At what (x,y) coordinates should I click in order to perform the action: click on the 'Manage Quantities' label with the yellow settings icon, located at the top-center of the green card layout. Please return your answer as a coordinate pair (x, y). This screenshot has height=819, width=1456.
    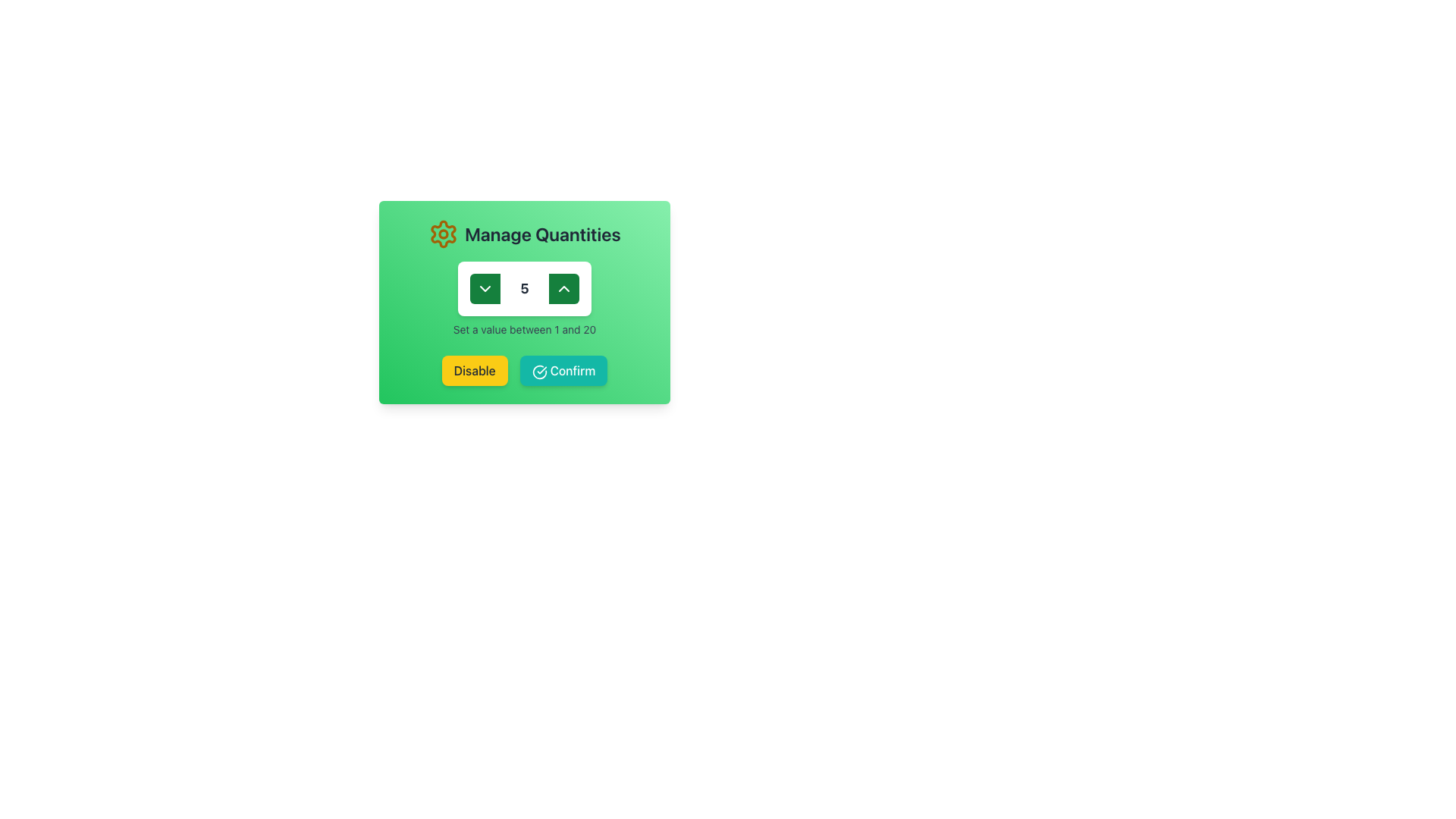
    Looking at the image, I should click on (524, 234).